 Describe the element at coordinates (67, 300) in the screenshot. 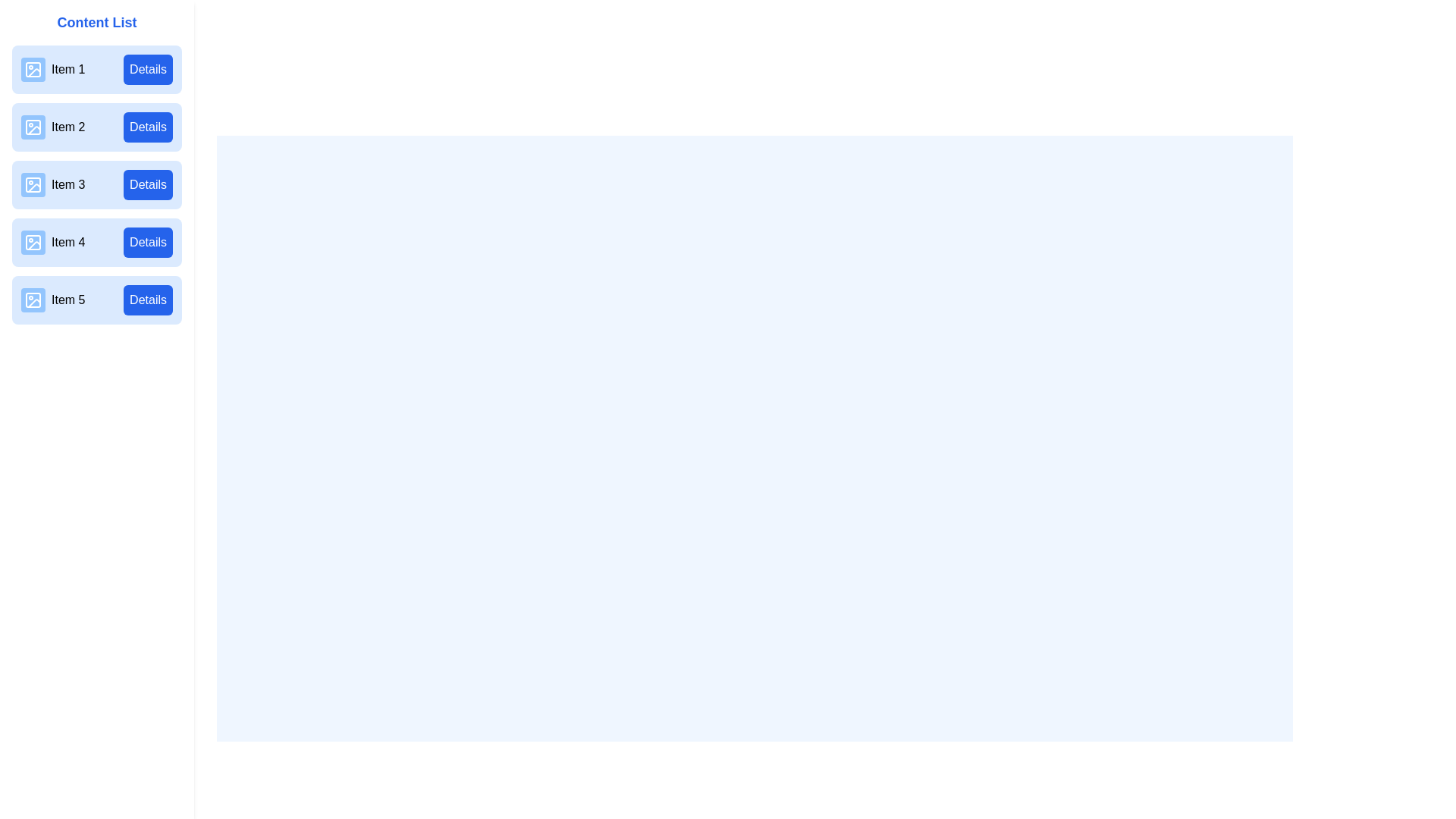

I see `the static text label located in the fifth row of a vertically stacked list, positioned between an icon on the left and a 'Details' button on the right` at that location.